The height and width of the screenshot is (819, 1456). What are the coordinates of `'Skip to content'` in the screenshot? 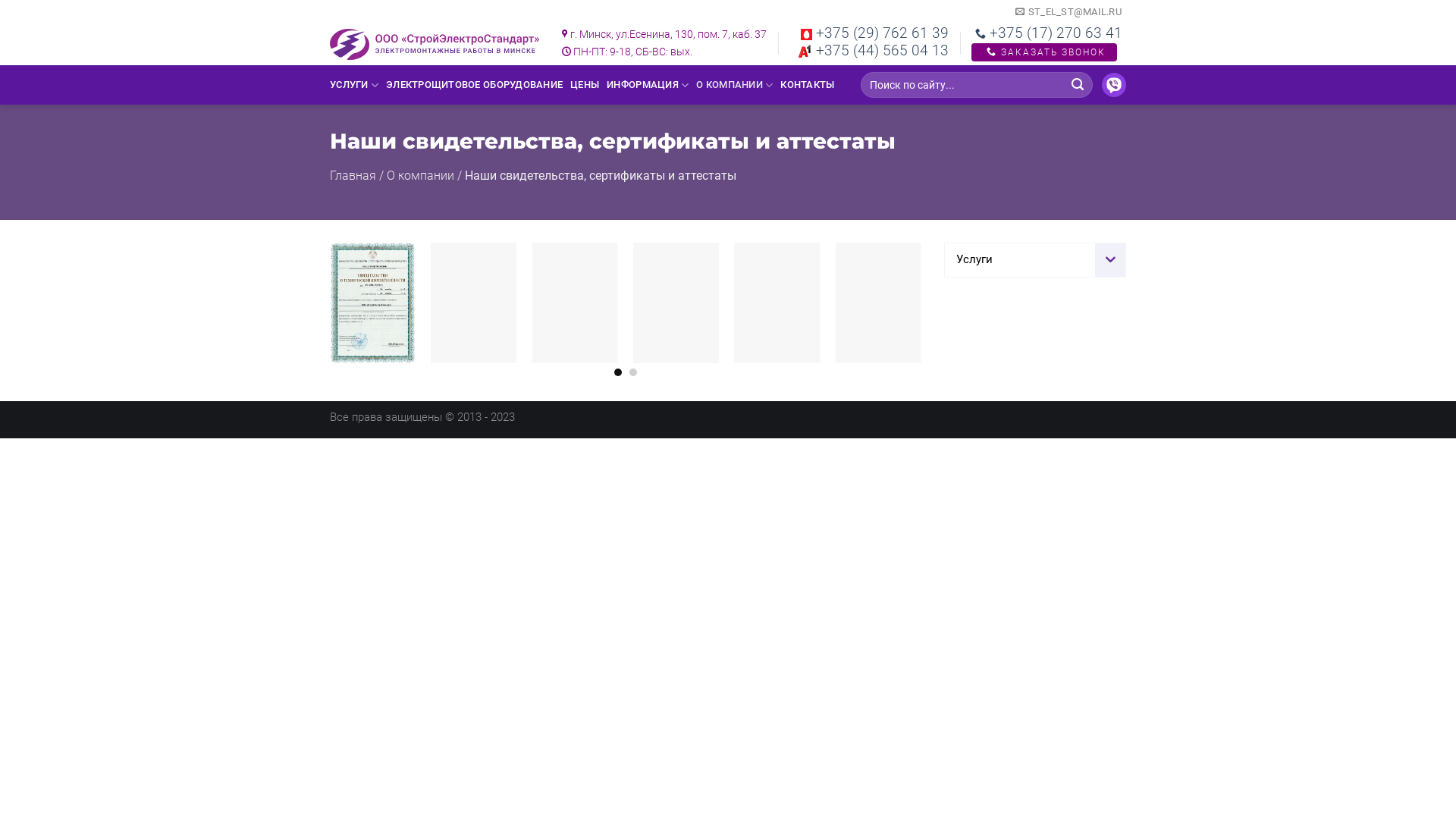 It's located at (0, 0).